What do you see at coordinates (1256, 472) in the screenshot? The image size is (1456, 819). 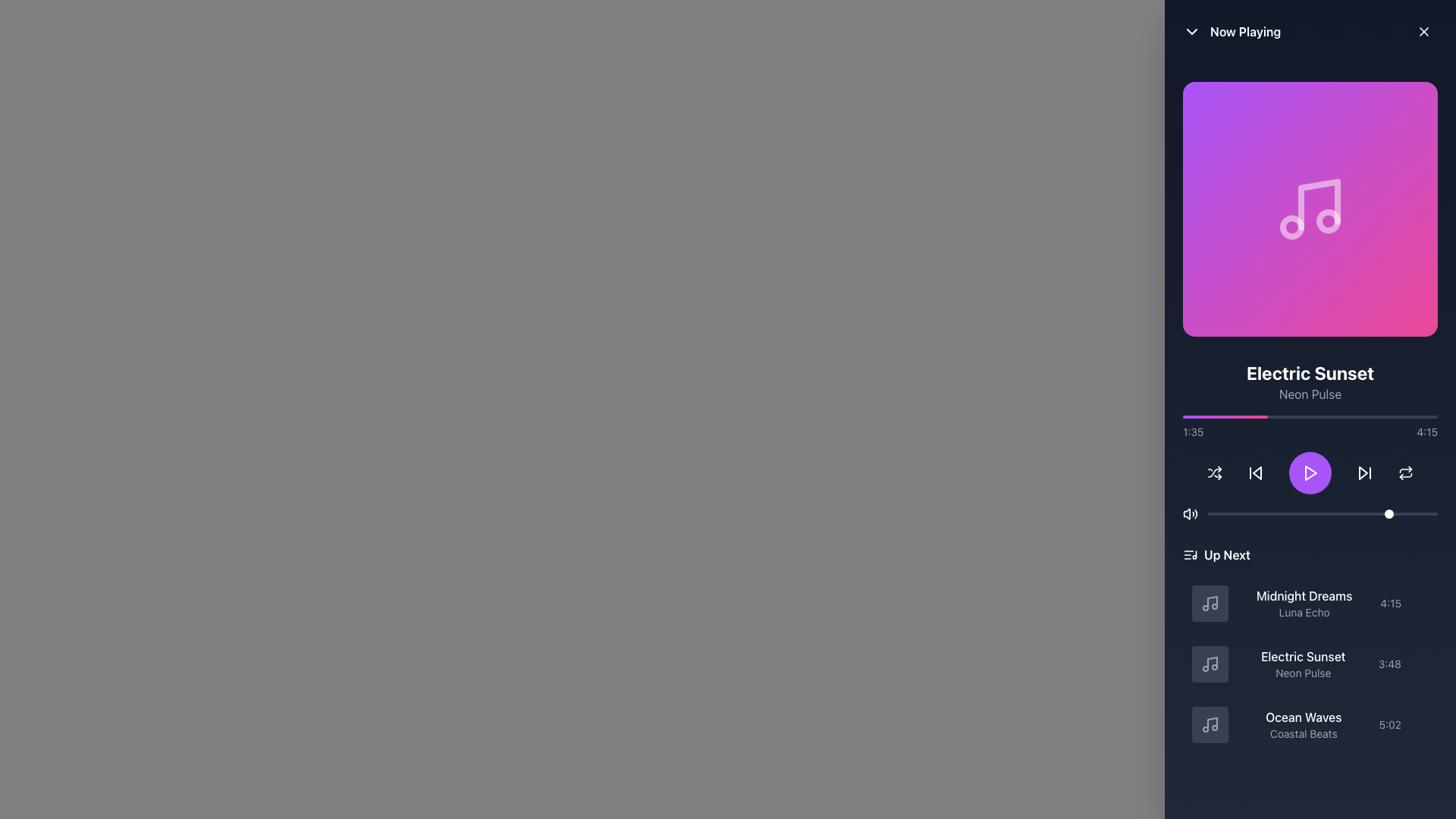 I see `the skip-back button, which is an icon with a triangle pointing left and a vertical bar, located in the music control panel near the play and skip forward buttons` at bounding box center [1256, 472].